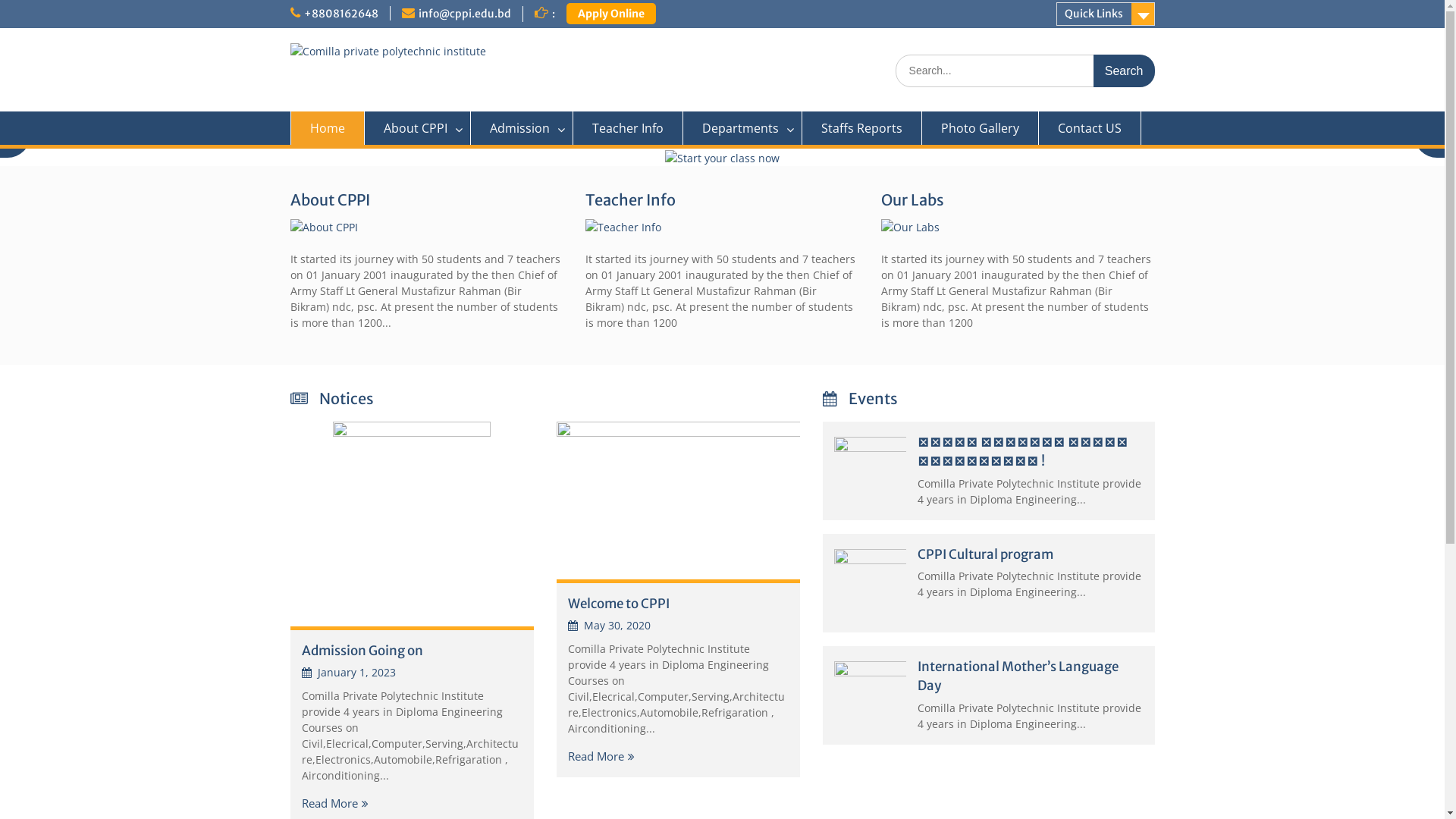 This screenshot has width=1456, height=819. Describe the element at coordinates (742, 127) in the screenshot. I see `'Departments'` at that location.